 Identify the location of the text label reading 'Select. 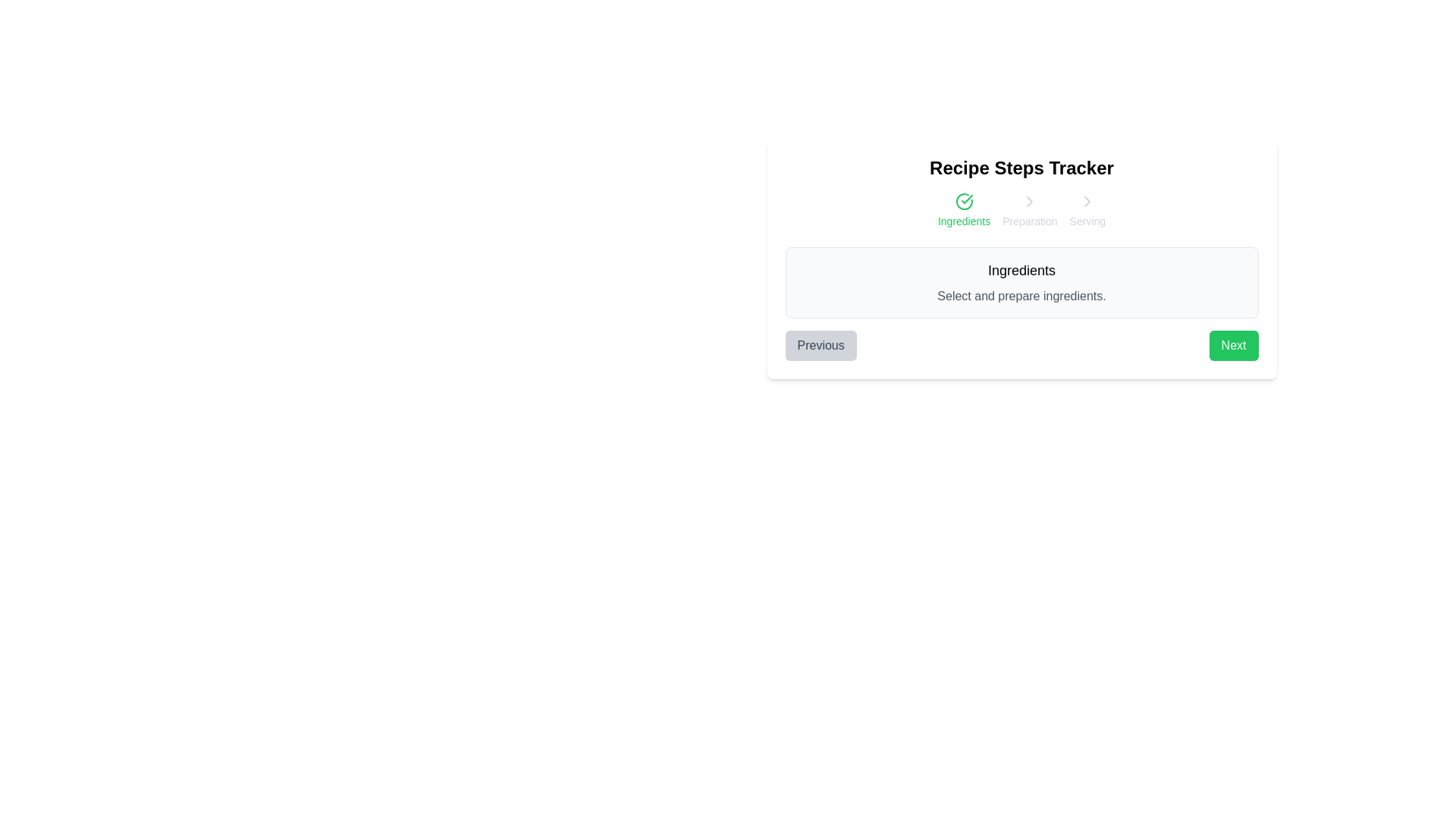
(1021, 296).